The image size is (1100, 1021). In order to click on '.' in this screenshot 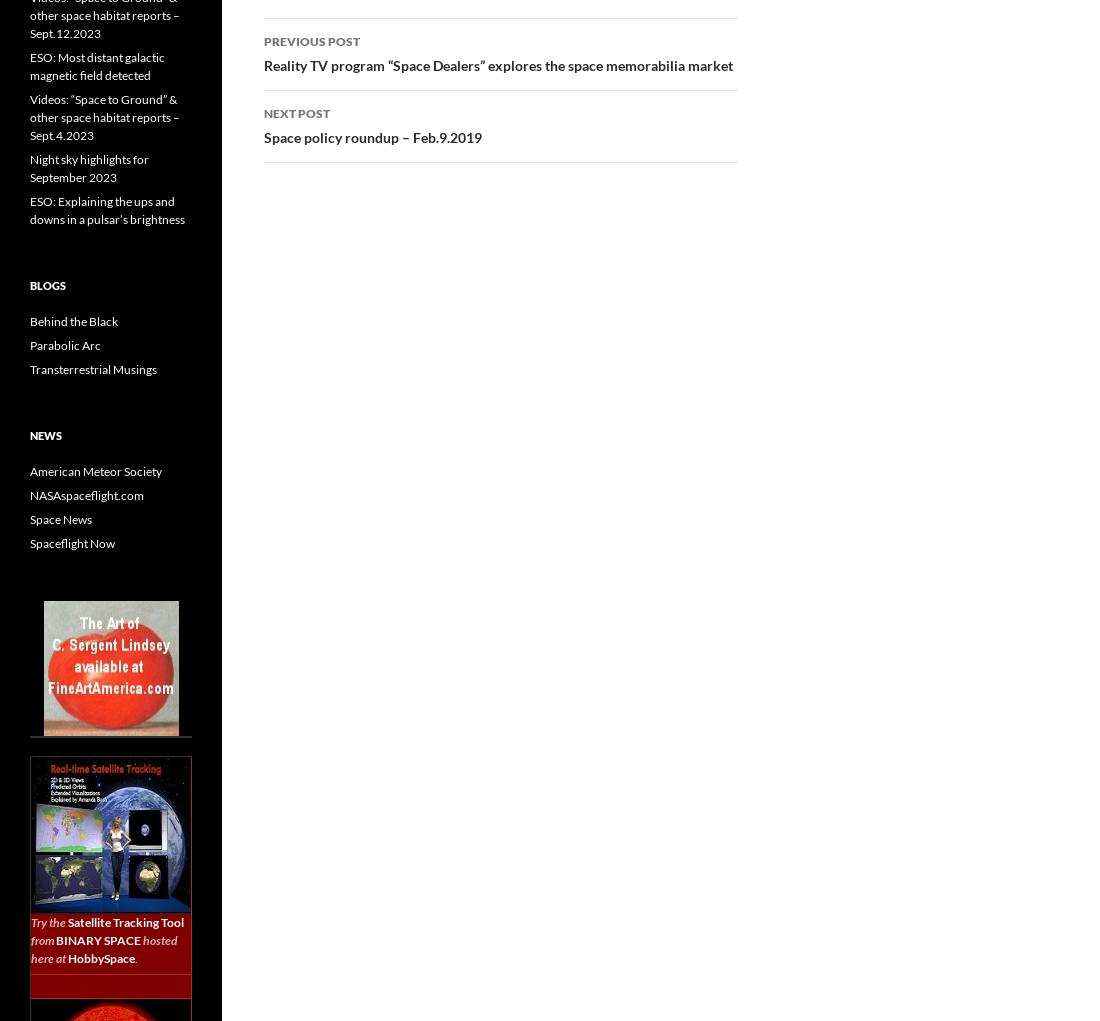, I will do `click(136, 957)`.